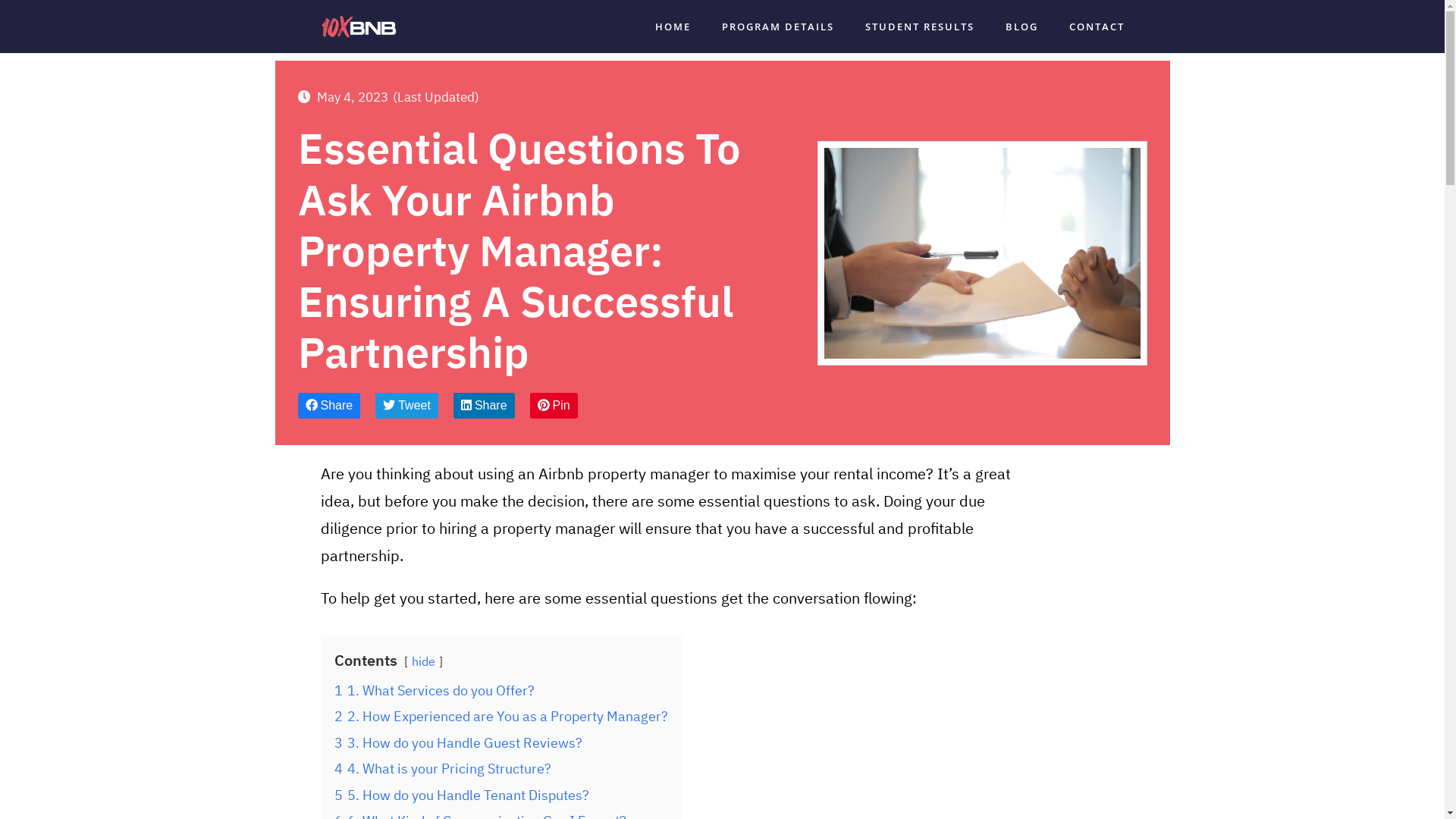  I want to click on '4 4. What is your Pricing Structure?', so click(441, 768).